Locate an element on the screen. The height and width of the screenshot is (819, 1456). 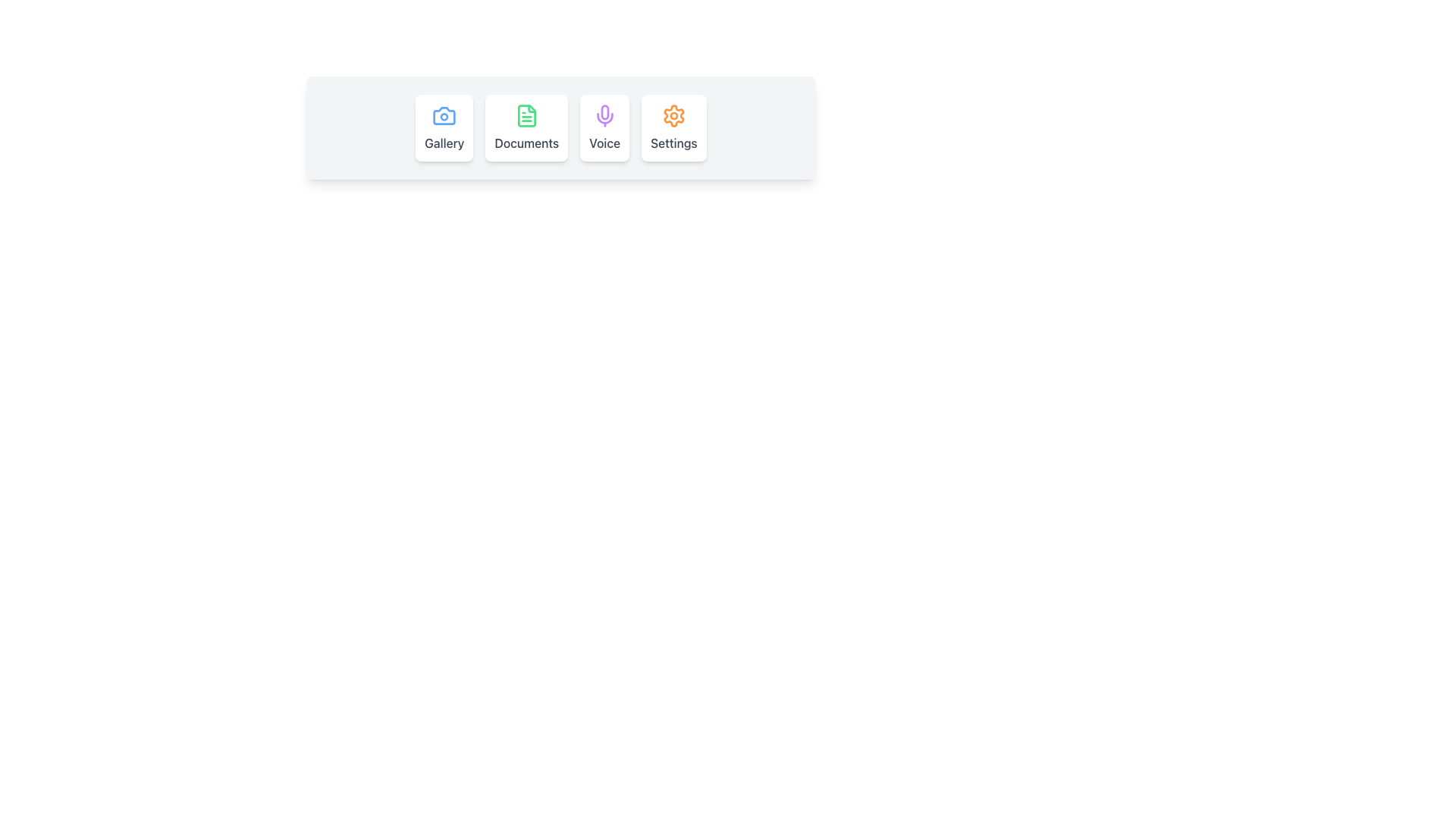
the 'Voice' text label located under the microphone icon, which is the third item in a horizontal row of elements, positioned between 'Documents' and 'Settings' is located at coordinates (604, 143).